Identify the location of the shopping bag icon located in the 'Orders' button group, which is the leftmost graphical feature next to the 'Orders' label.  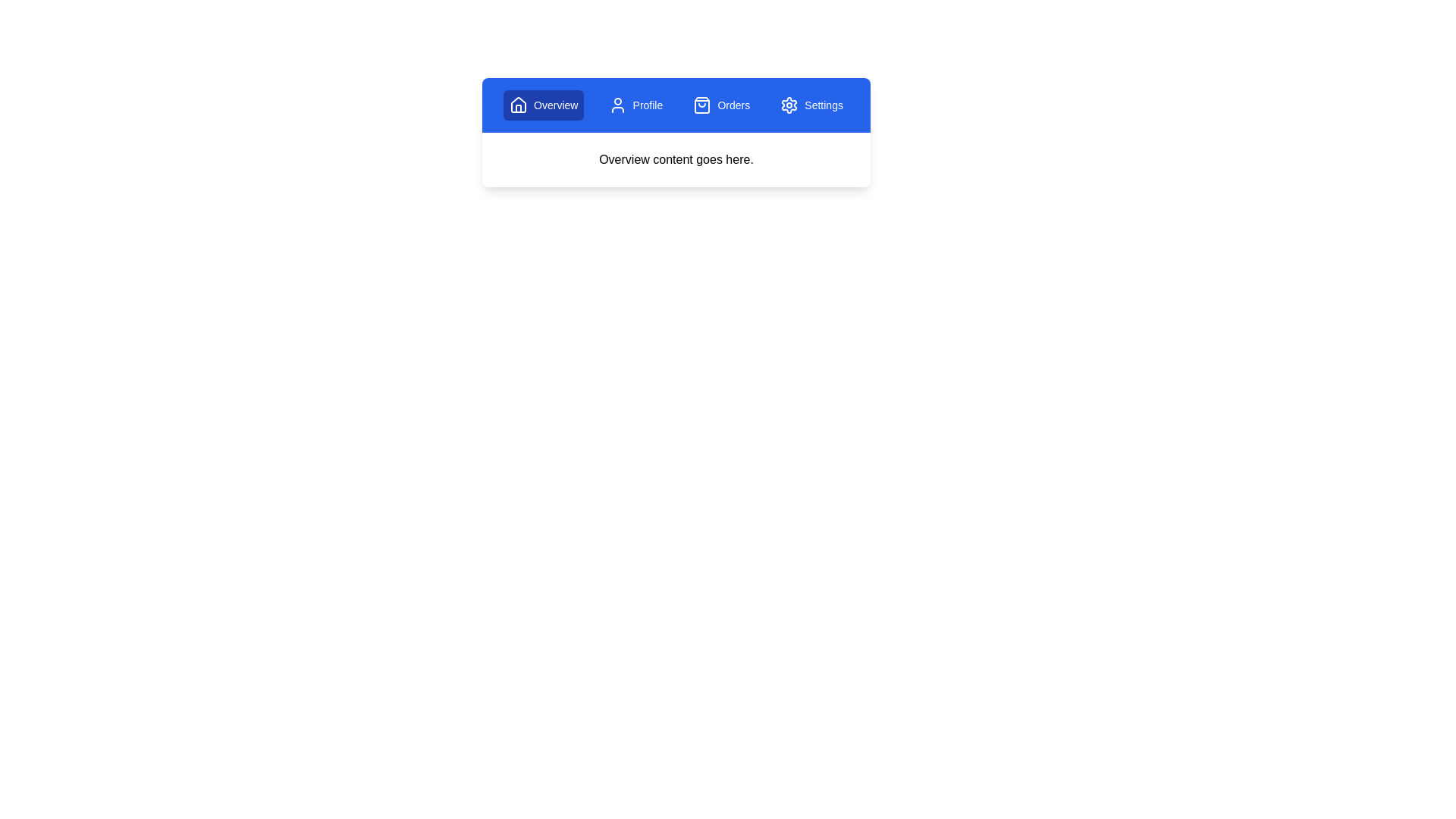
(701, 104).